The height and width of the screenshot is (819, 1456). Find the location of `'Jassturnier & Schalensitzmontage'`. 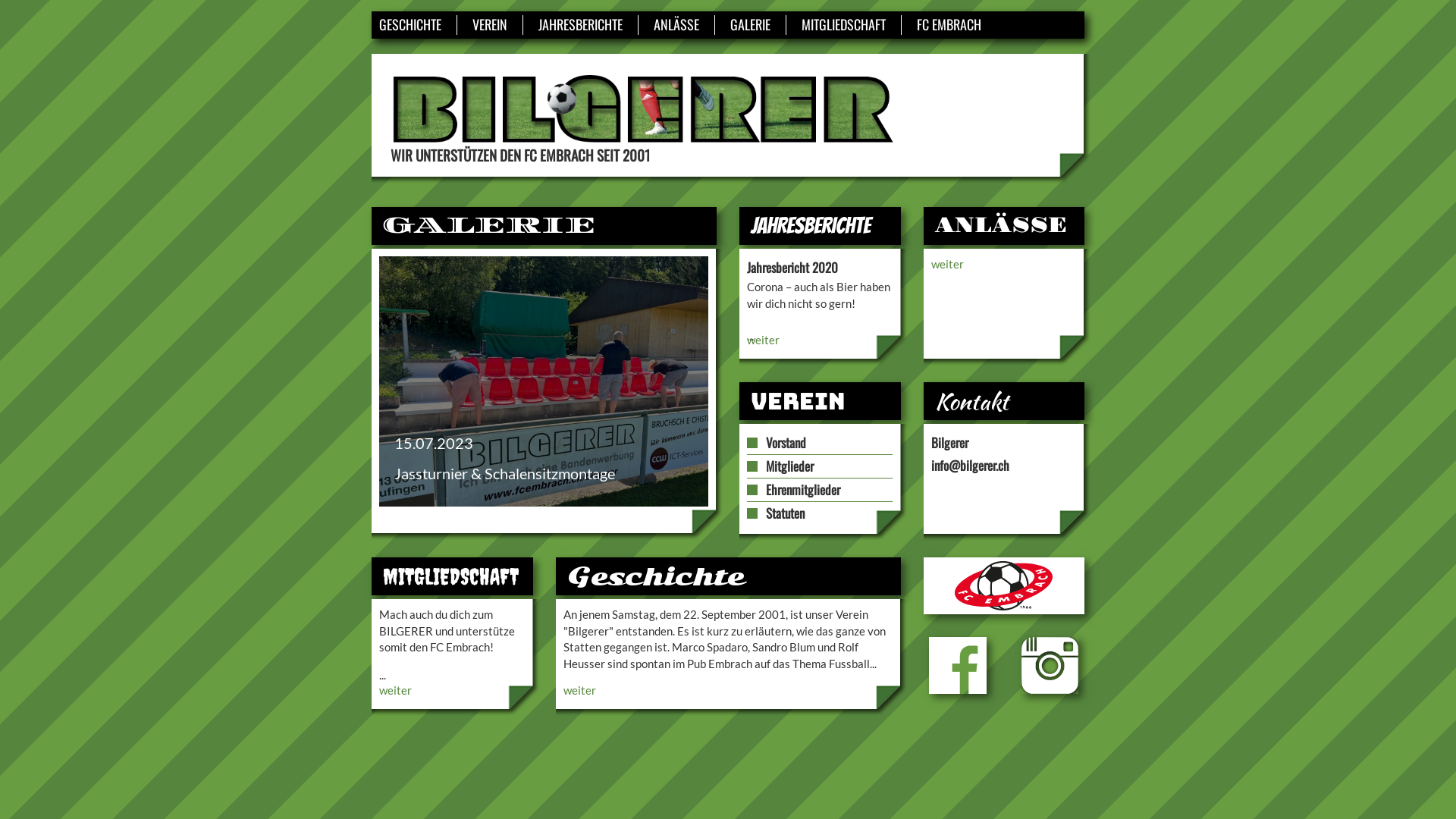

'Jassturnier & Schalensitzmontage' is located at coordinates (543, 380).